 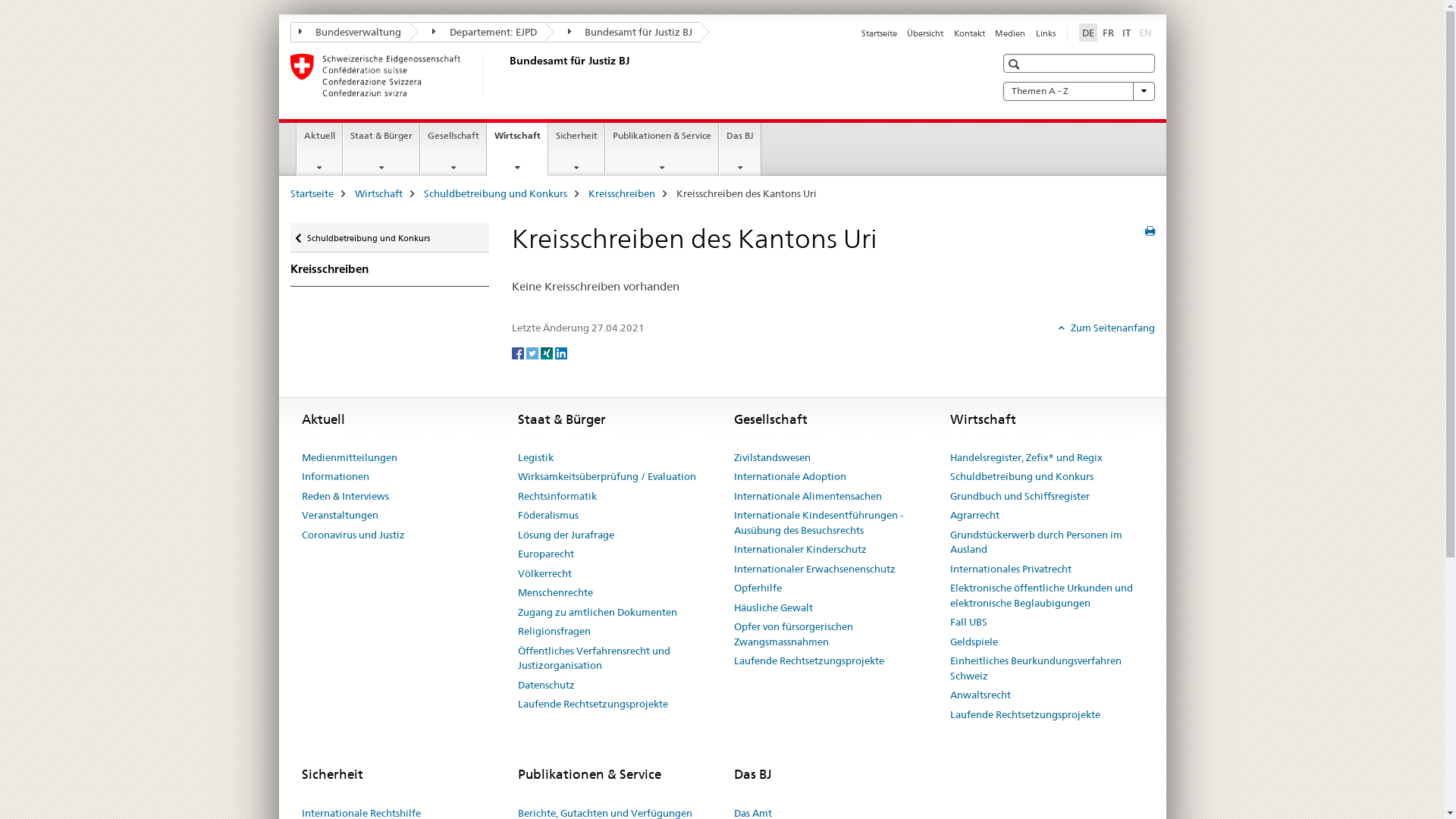 What do you see at coordinates (758, 587) in the screenshot?
I see `'Opferhilfe'` at bounding box center [758, 587].